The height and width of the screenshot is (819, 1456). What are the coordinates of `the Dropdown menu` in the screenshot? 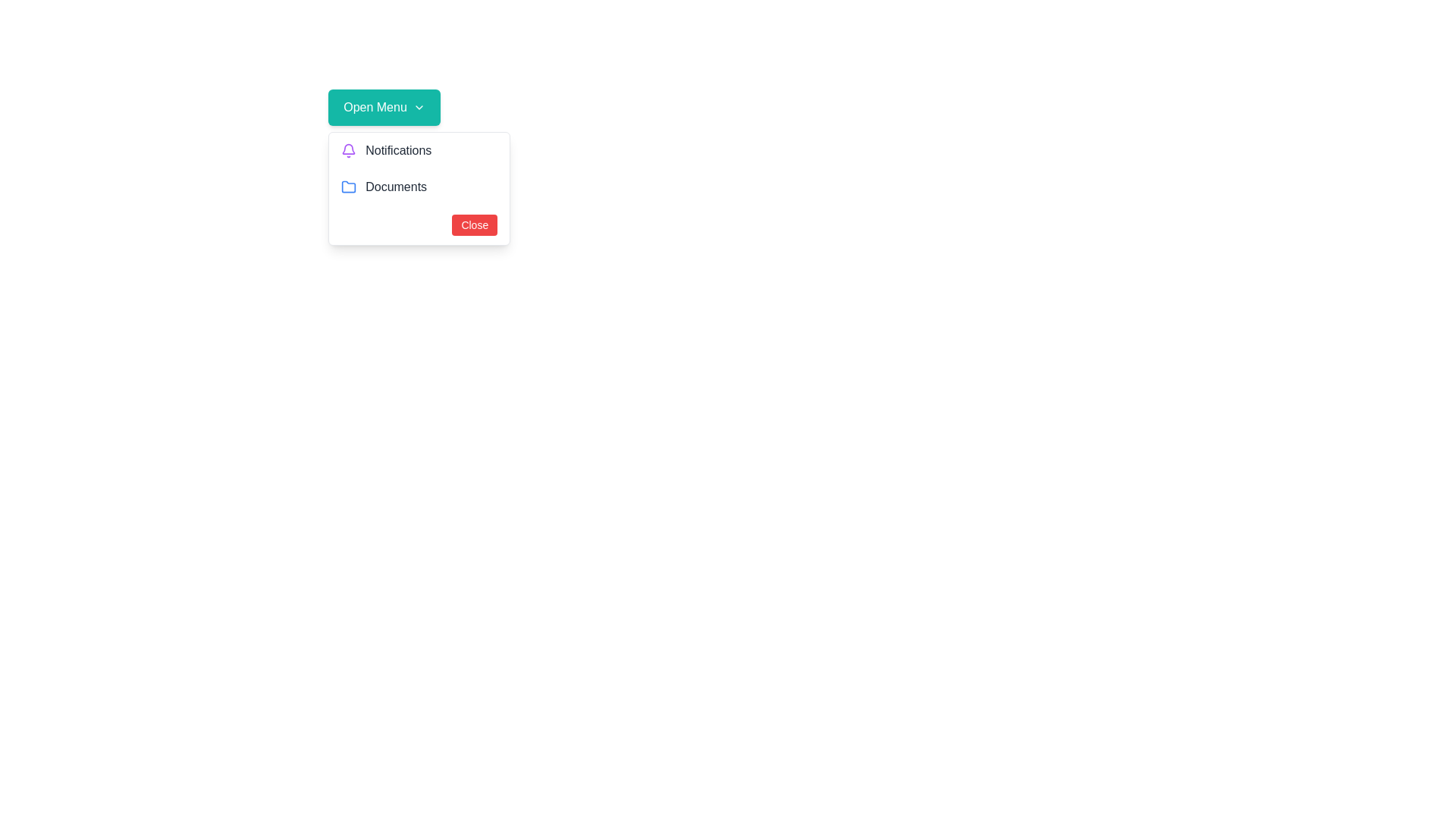 It's located at (419, 188).